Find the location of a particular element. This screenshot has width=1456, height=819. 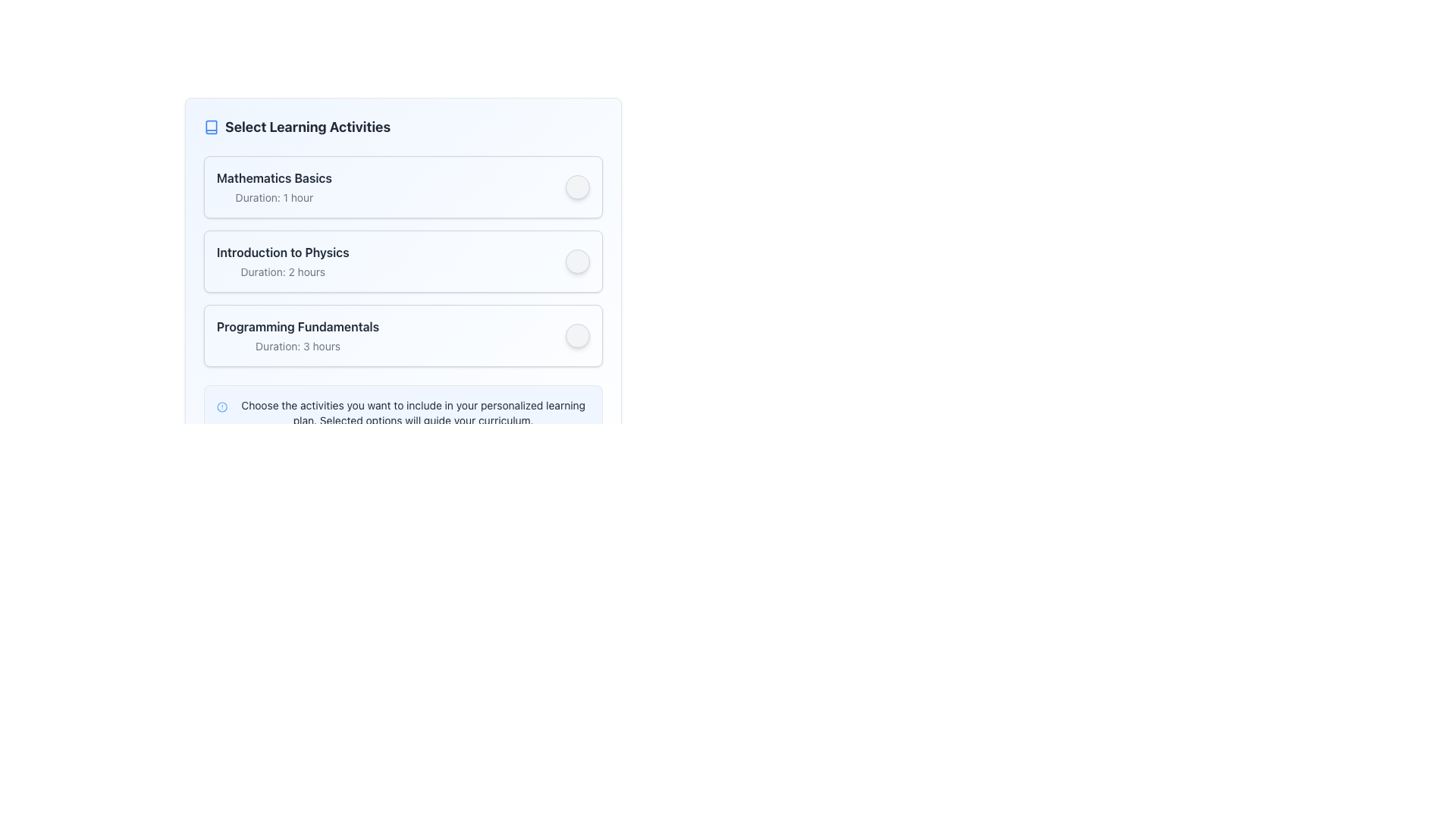

the first list item with the checkbox labeled 'Mathematics Basics' to trigger the visual hover effect is located at coordinates (403, 186).